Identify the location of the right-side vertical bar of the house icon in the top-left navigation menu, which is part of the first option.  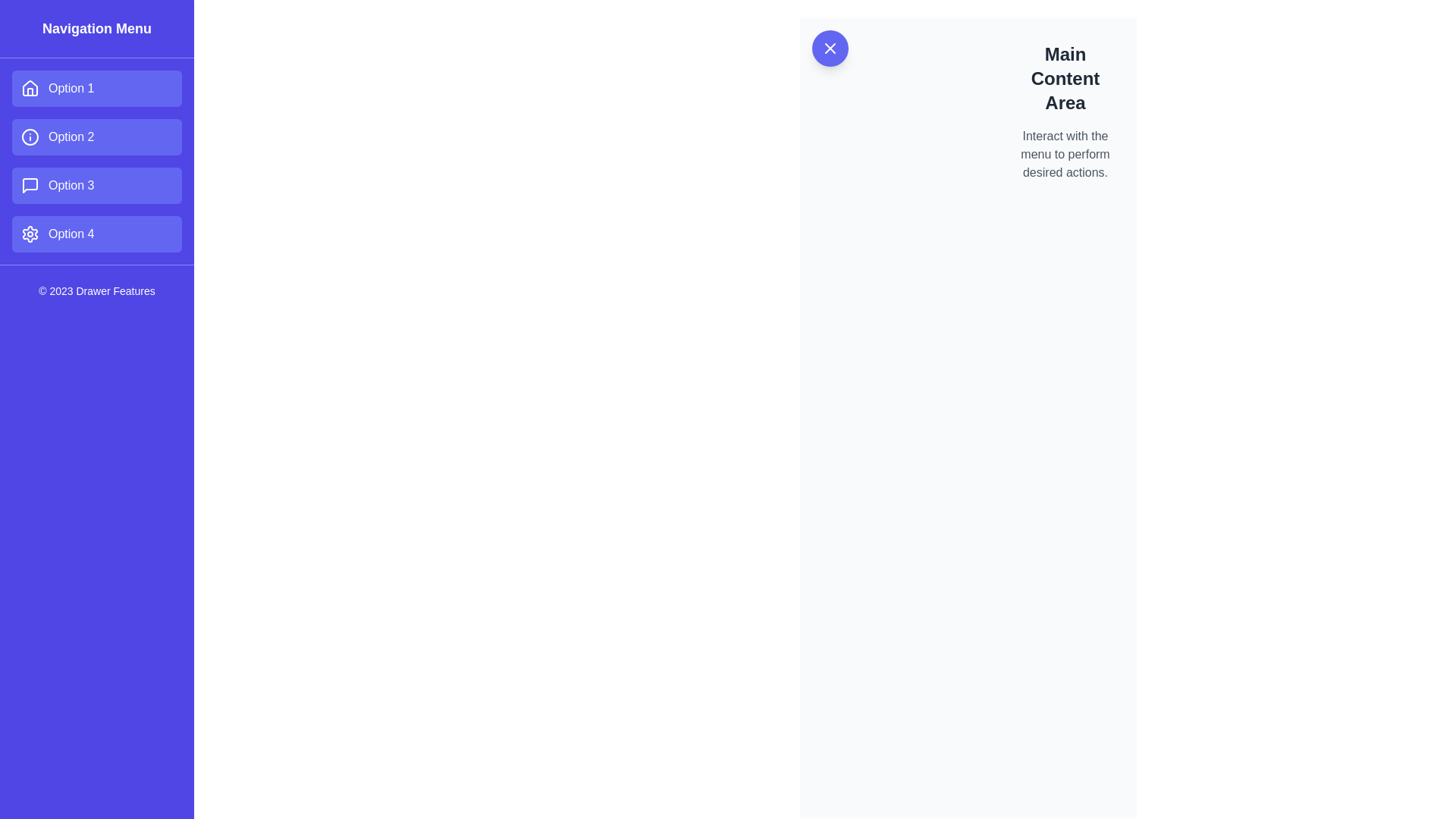
(30, 92).